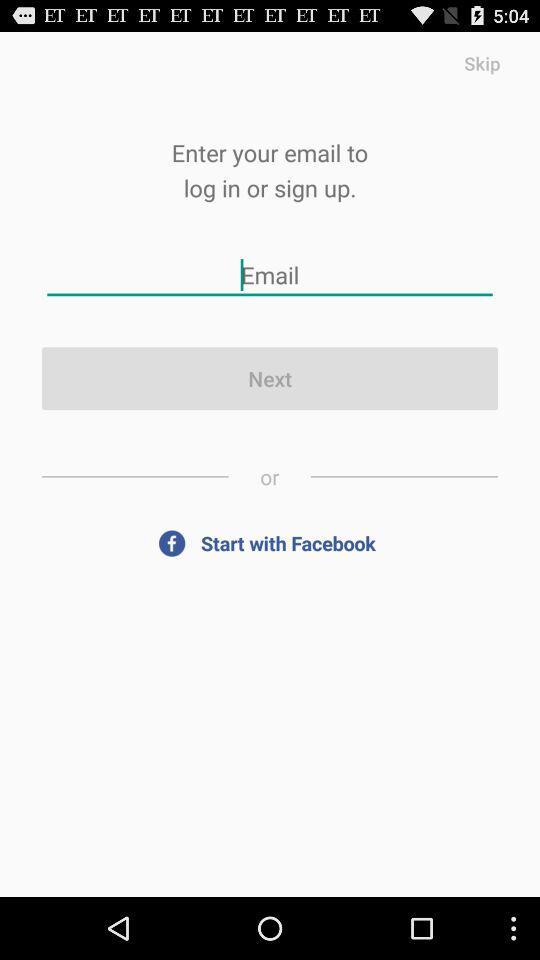  What do you see at coordinates (270, 274) in the screenshot?
I see `name button` at bounding box center [270, 274].